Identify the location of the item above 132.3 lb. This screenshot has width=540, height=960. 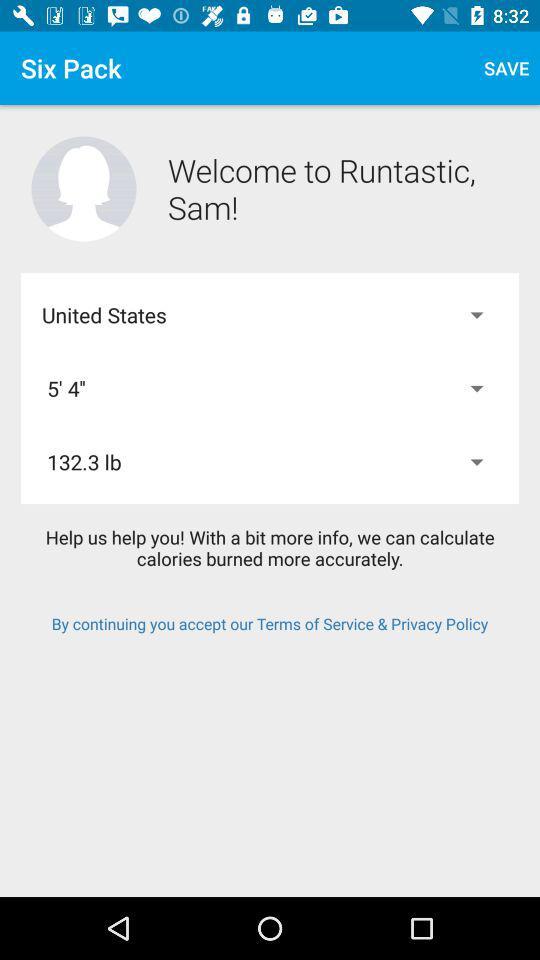
(270, 387).